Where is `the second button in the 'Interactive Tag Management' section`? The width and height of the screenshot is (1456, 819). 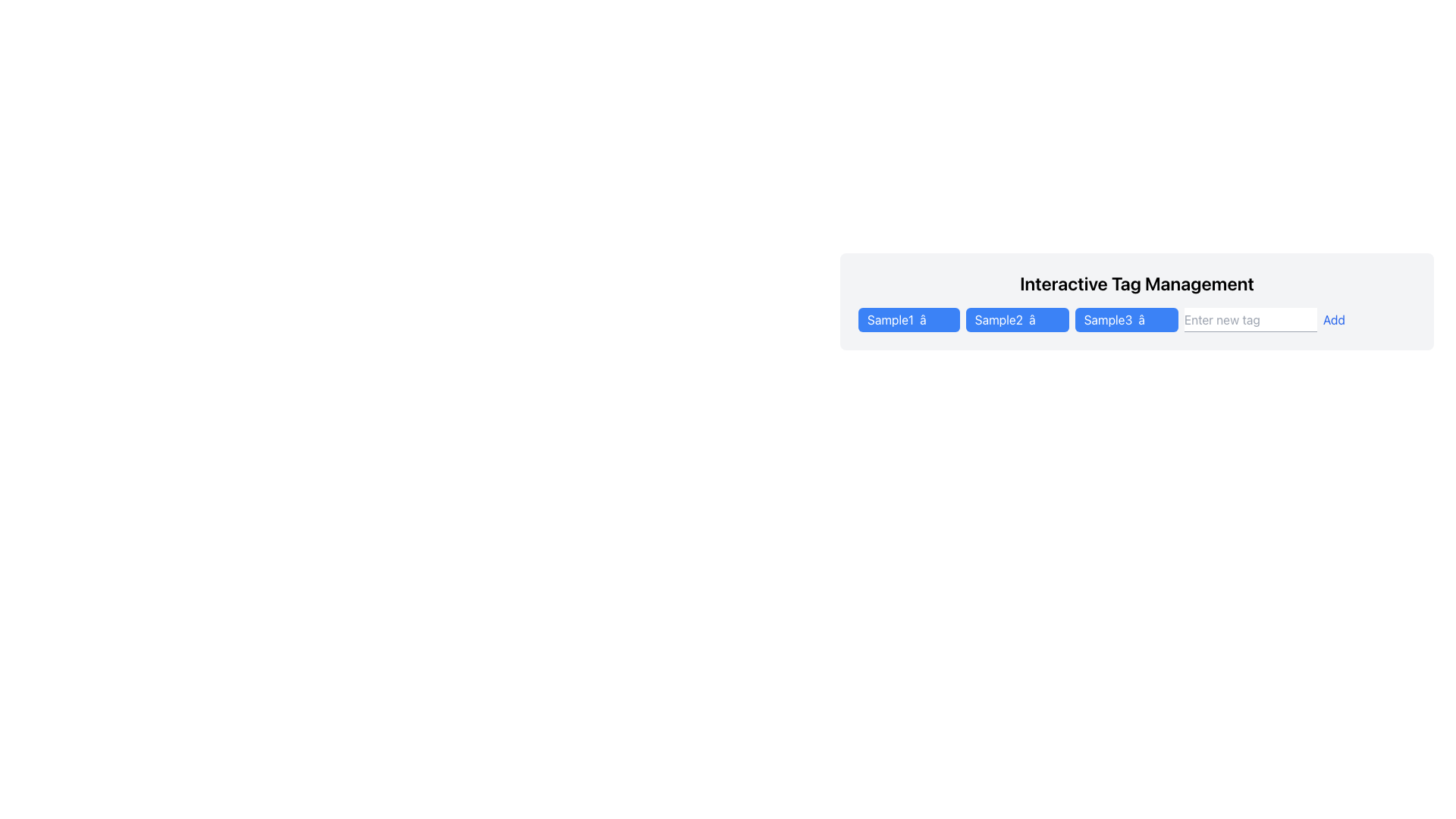
the second button in the 'Interactive Tag Management' section is located at coordinates (1017, 318).